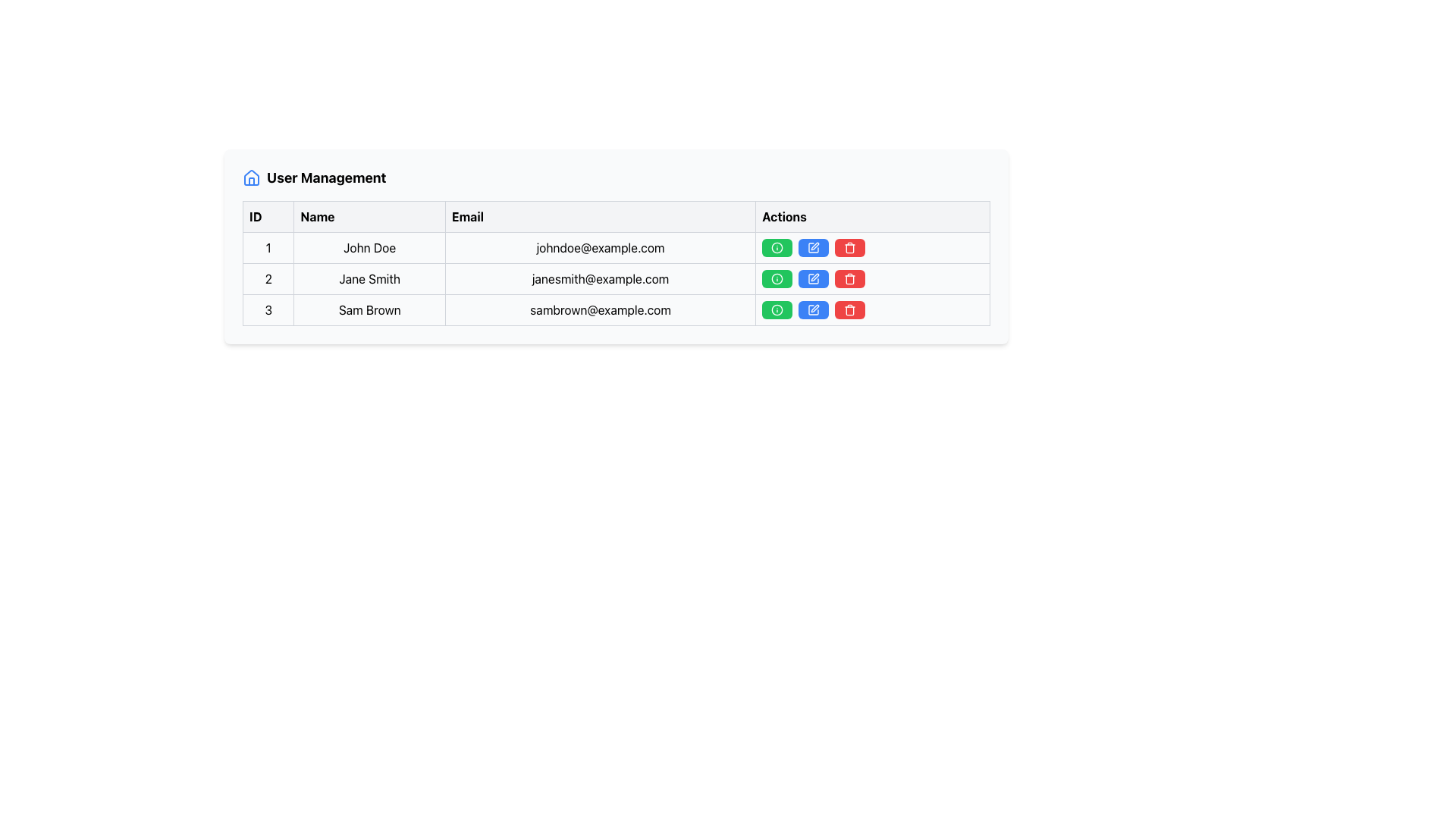  I want to click on the second button from the left in the 'Actions' column of the second row of the table, so click(813, 278).